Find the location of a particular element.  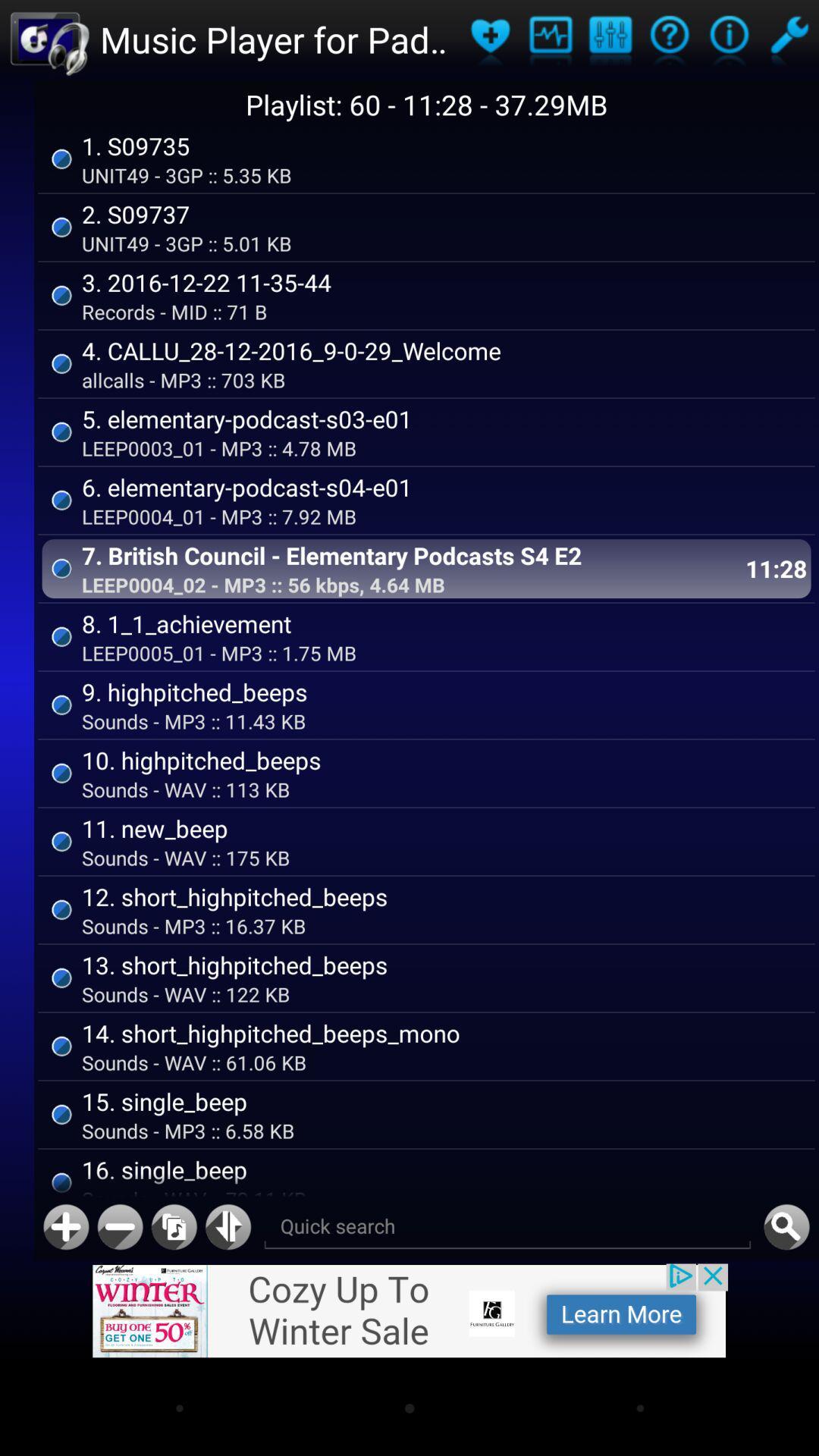

add is located at coordinates (65, 1227).